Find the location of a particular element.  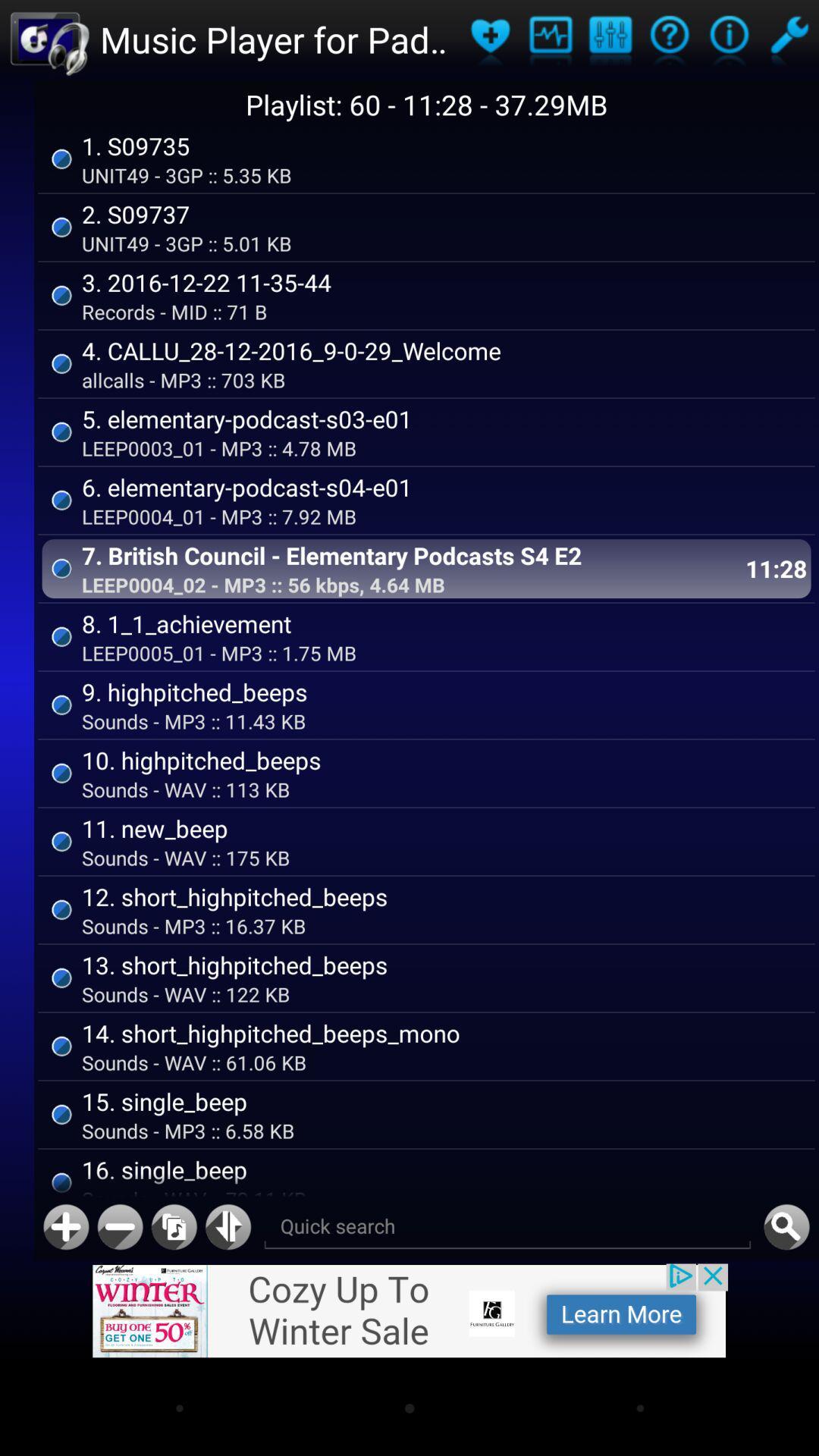

add is located at coordinates (65, 1227).